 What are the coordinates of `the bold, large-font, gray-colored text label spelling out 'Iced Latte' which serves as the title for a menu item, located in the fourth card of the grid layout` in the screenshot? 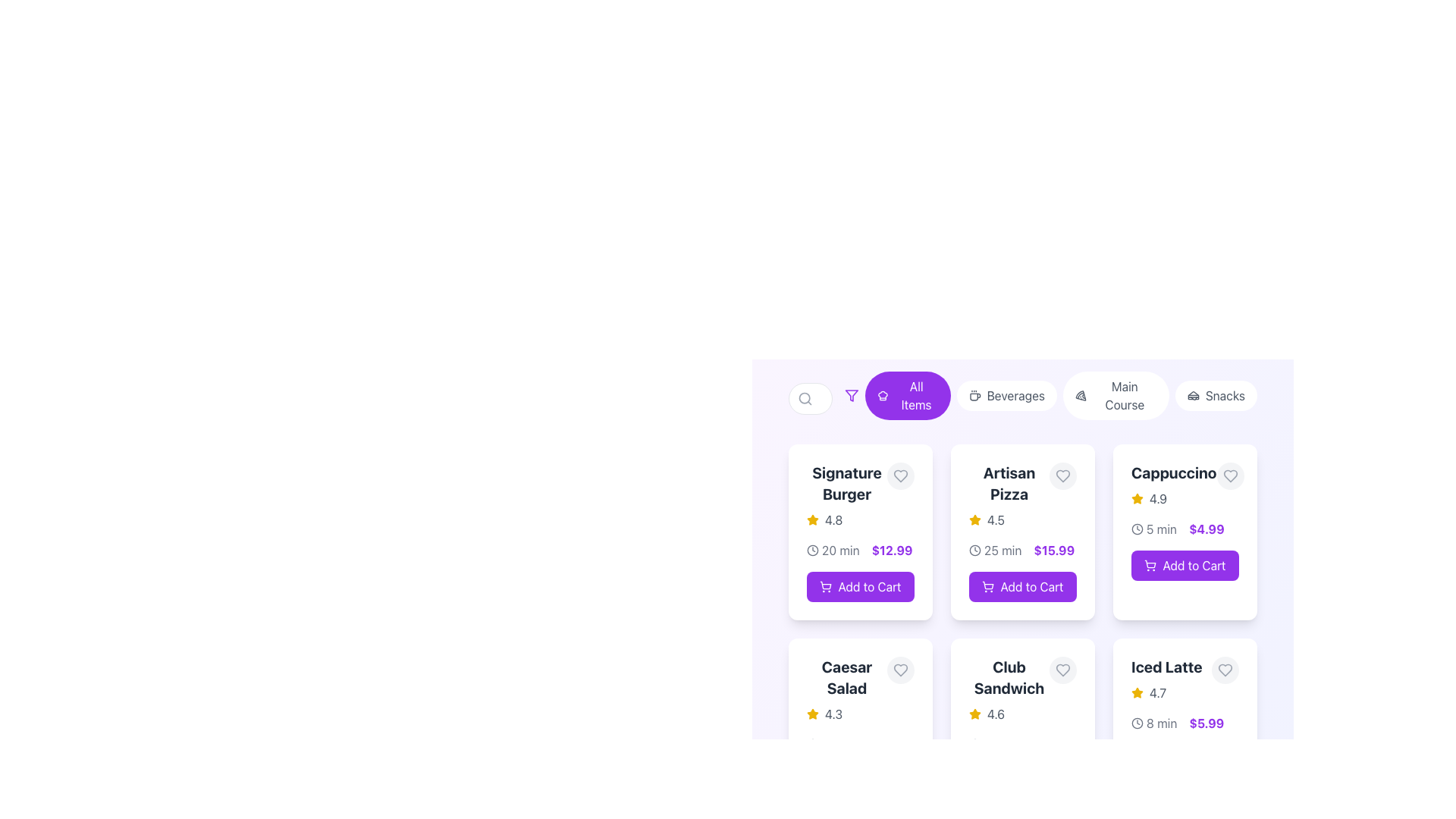 It's located at (1166, 666).